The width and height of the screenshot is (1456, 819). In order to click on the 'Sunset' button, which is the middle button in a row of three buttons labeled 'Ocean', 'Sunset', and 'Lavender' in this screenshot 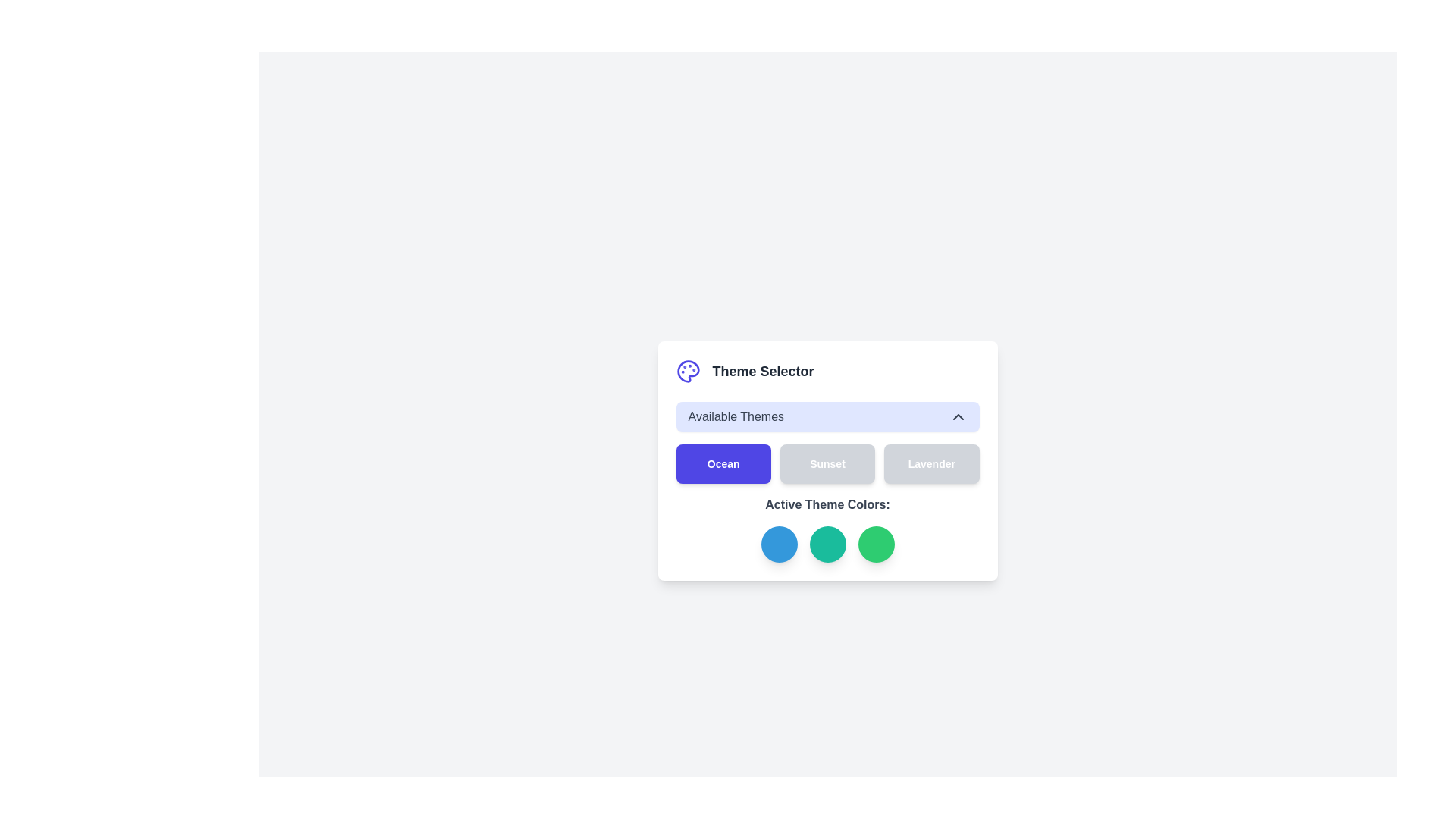, I will do `click(827, 463)`.